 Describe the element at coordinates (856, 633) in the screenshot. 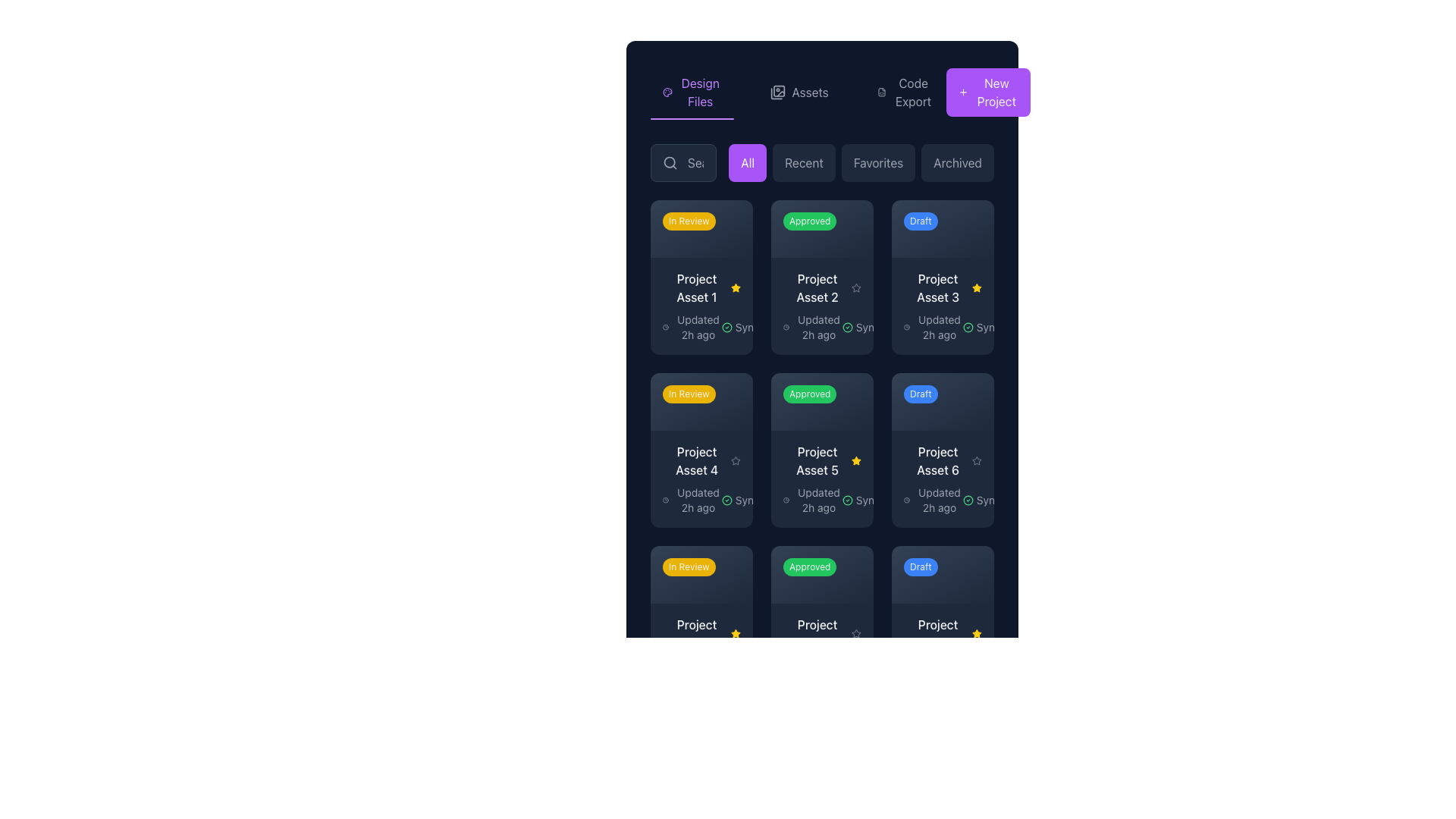

I see `the star icon located in the bottom-left corner of the last card in the grid layout` at that location.